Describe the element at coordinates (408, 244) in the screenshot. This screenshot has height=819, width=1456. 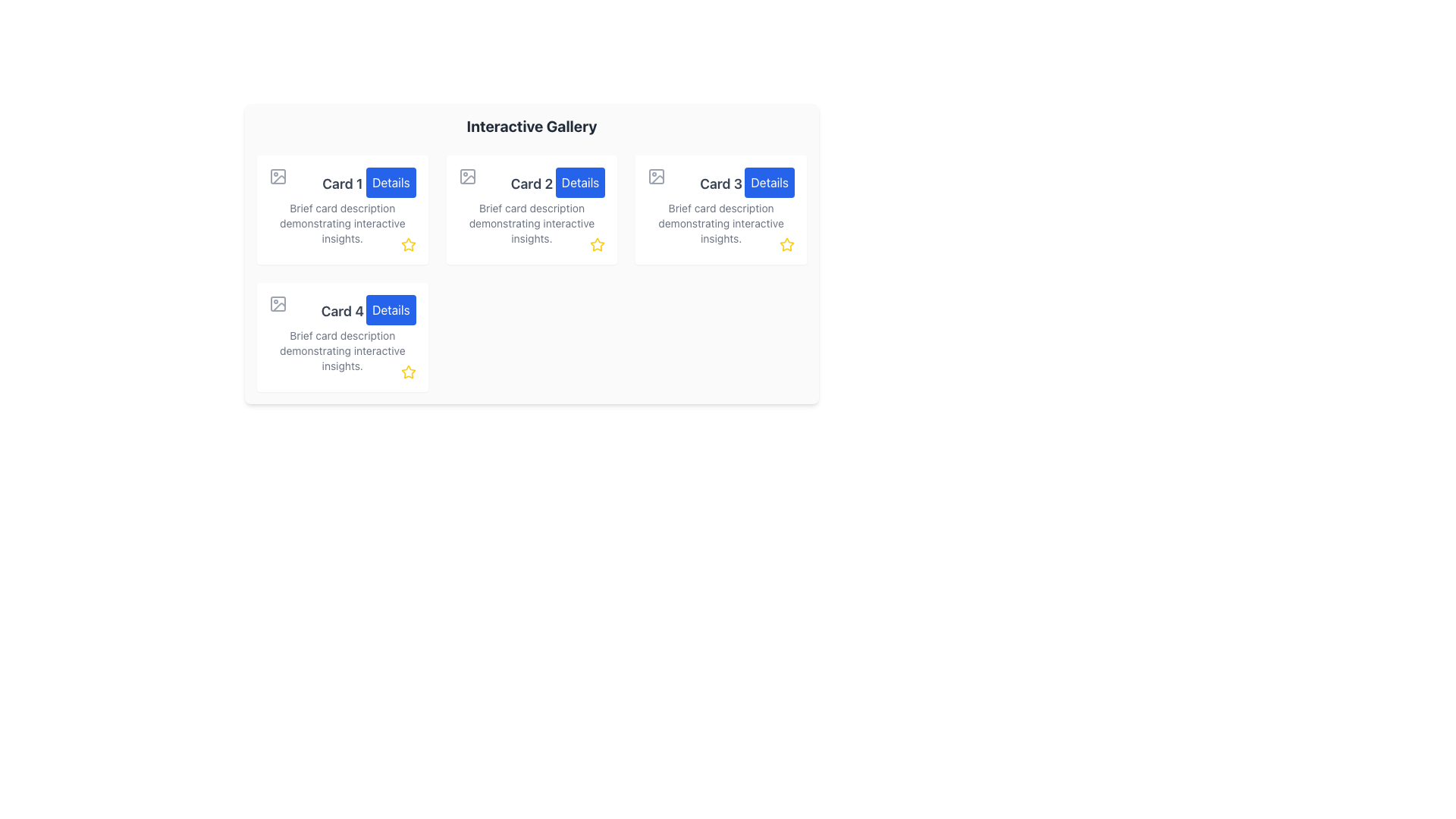
I see `the star icon located at the bottom-right corner of 'Card 1' to mark the card as a favorite` at that location.